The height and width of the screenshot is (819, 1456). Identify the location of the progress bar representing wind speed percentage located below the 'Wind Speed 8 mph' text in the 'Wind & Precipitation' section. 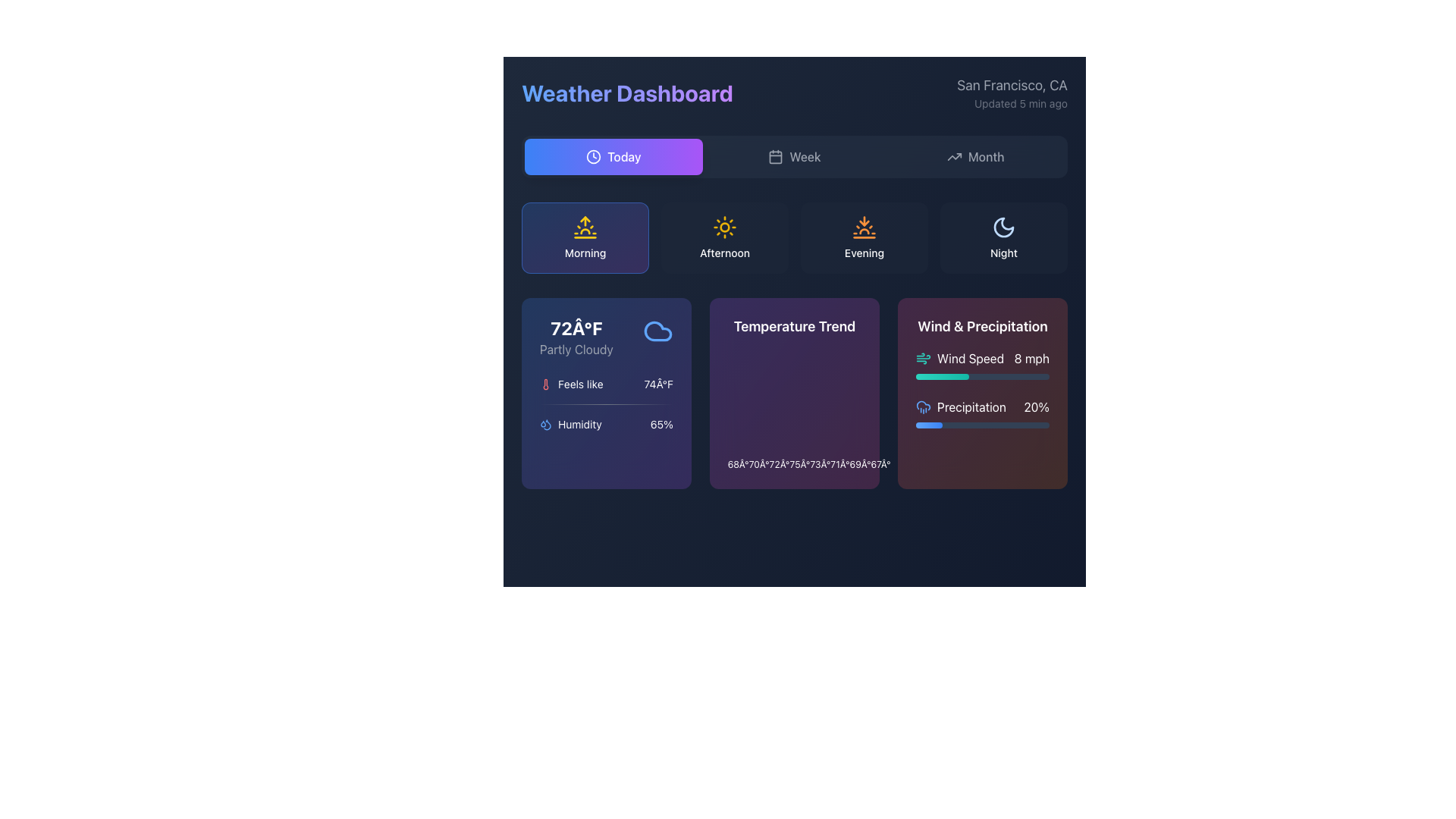
(983, 376).